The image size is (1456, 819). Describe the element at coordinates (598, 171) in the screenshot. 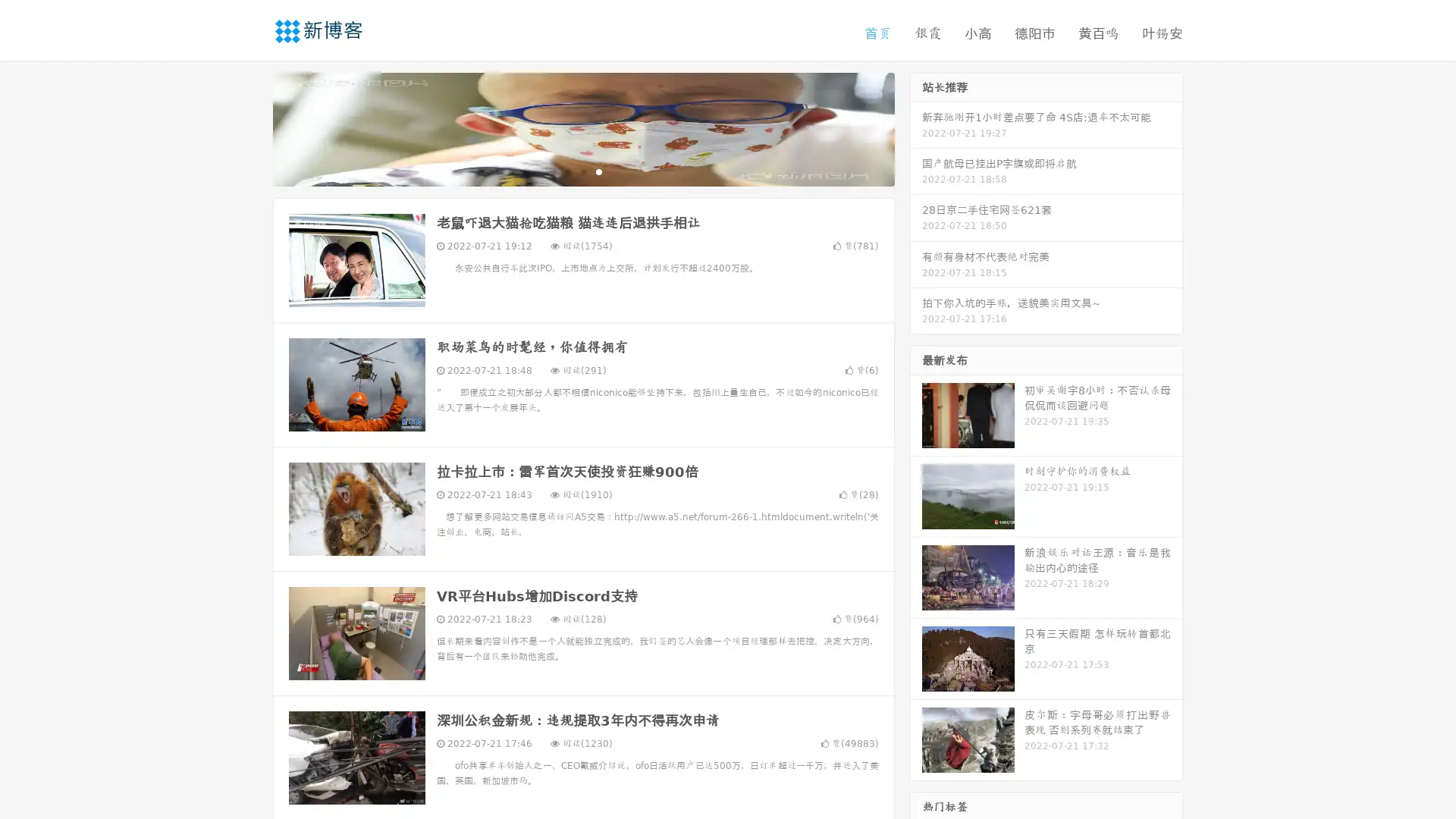

I see `Go to slide 3` at that location.